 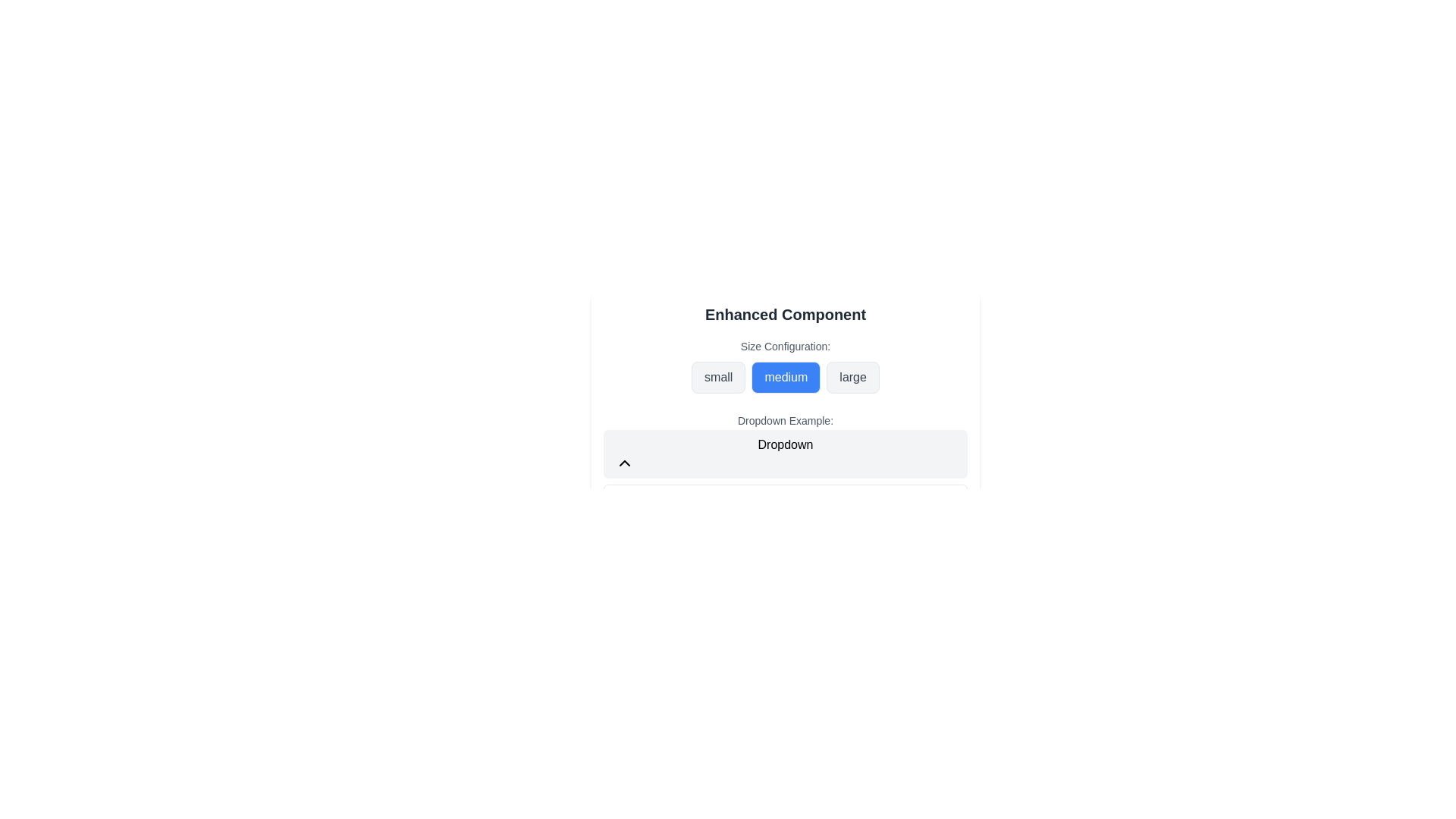 I want to click on the 'medium' size option button, which is a rectangular button with rounded corners, blue background, and white text, located centrally below the 'Size Configuration:' label, so click(x=786, y=376).